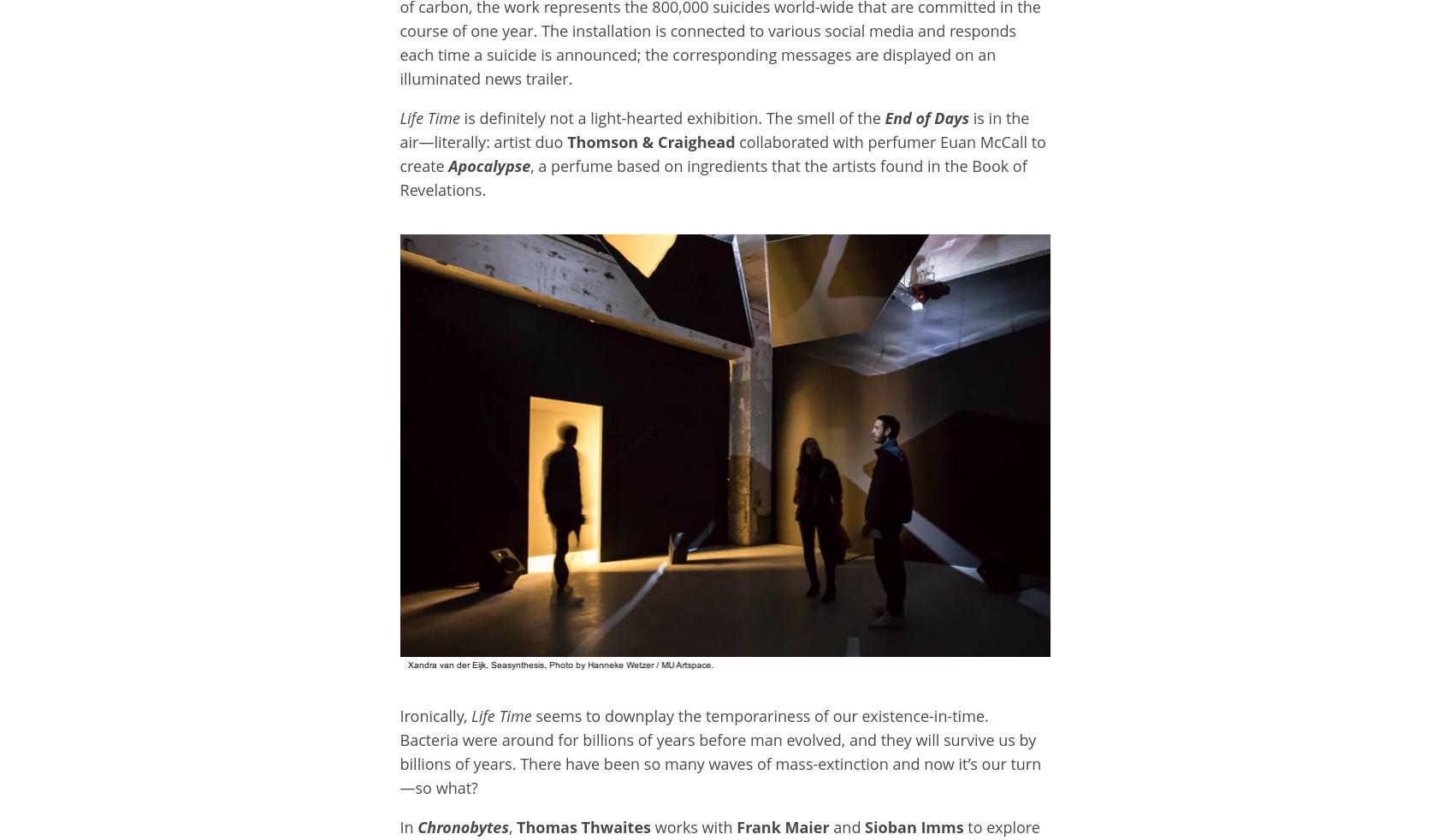  What do you see at coordinates (398, 129) in the screenshot?
I see `'is in the air—literally: artist duo'` at bounding box center [398, 129].